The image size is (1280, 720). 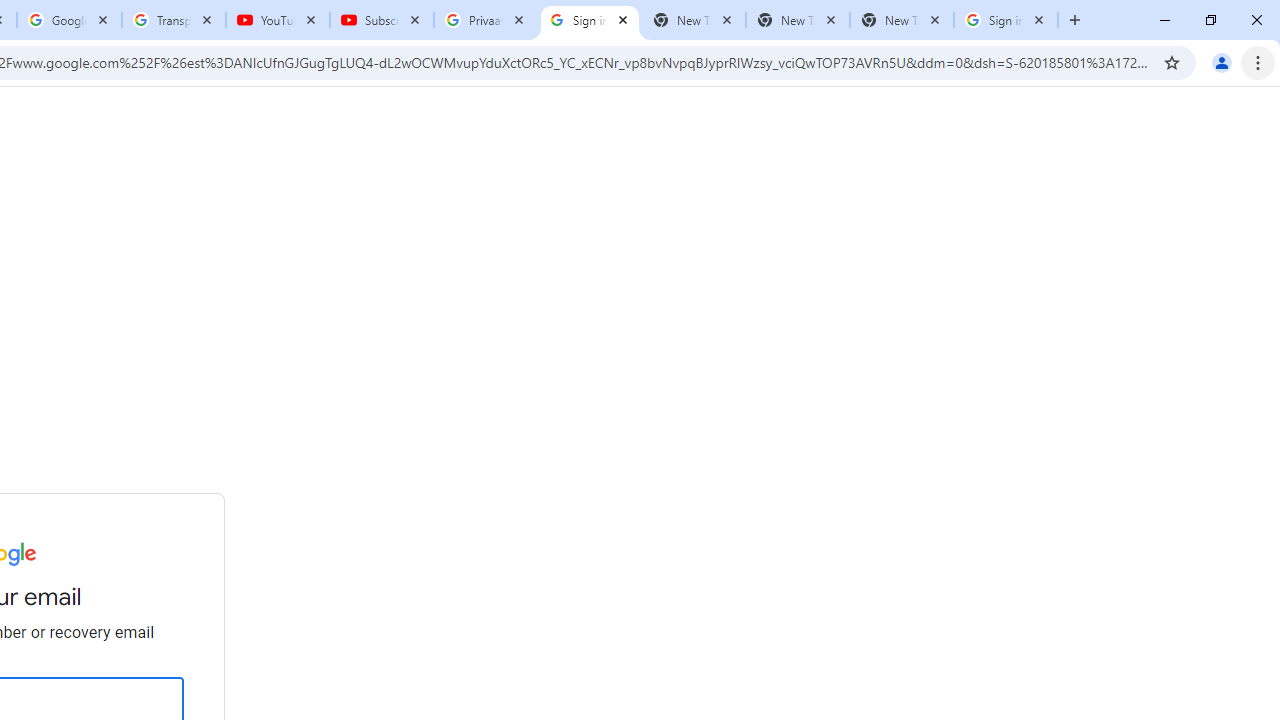 I want to click on 'New Tab', so click(x=900, y=20).